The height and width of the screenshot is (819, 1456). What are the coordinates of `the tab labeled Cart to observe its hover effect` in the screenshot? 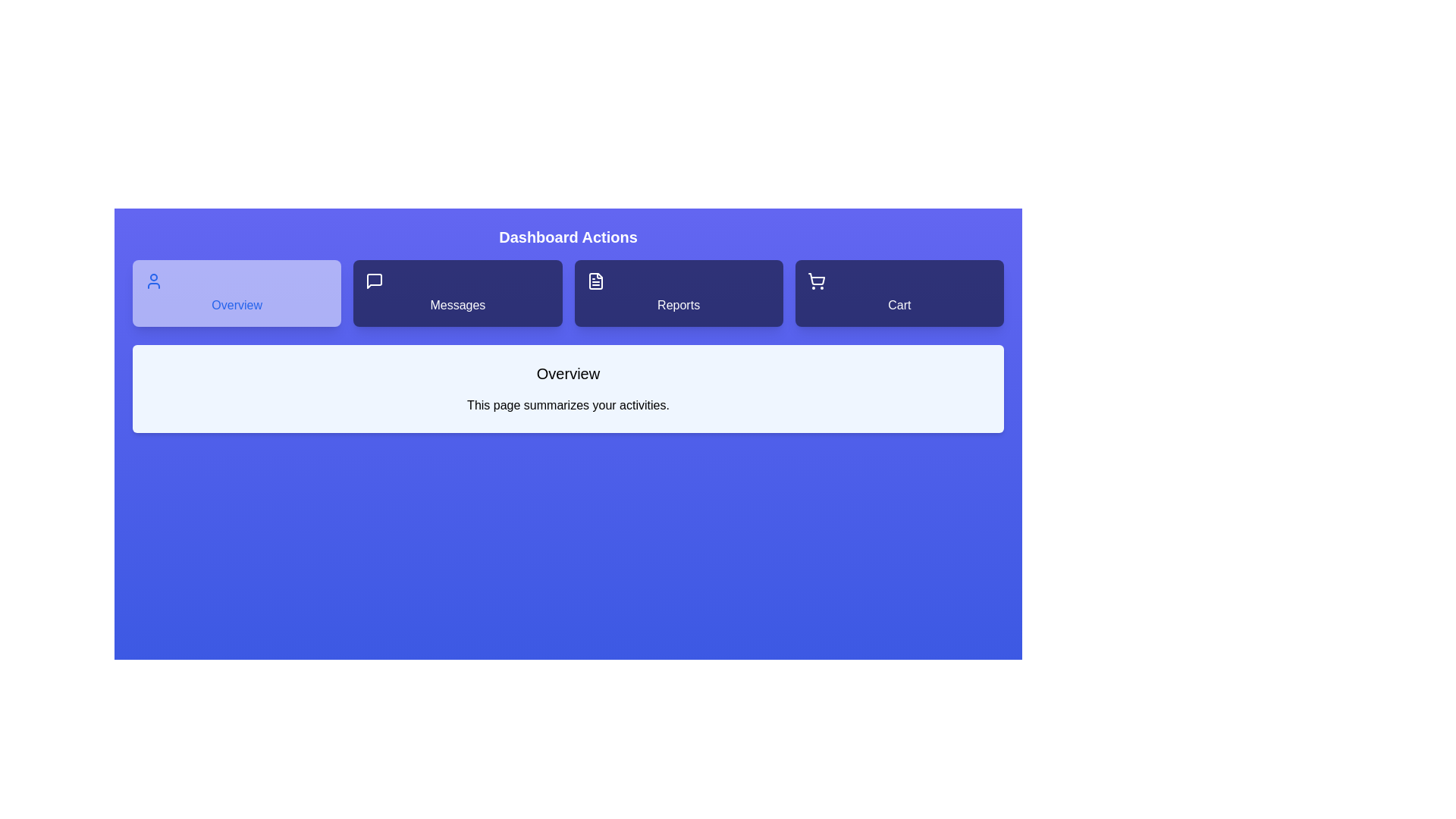 It's located at (899, 293).